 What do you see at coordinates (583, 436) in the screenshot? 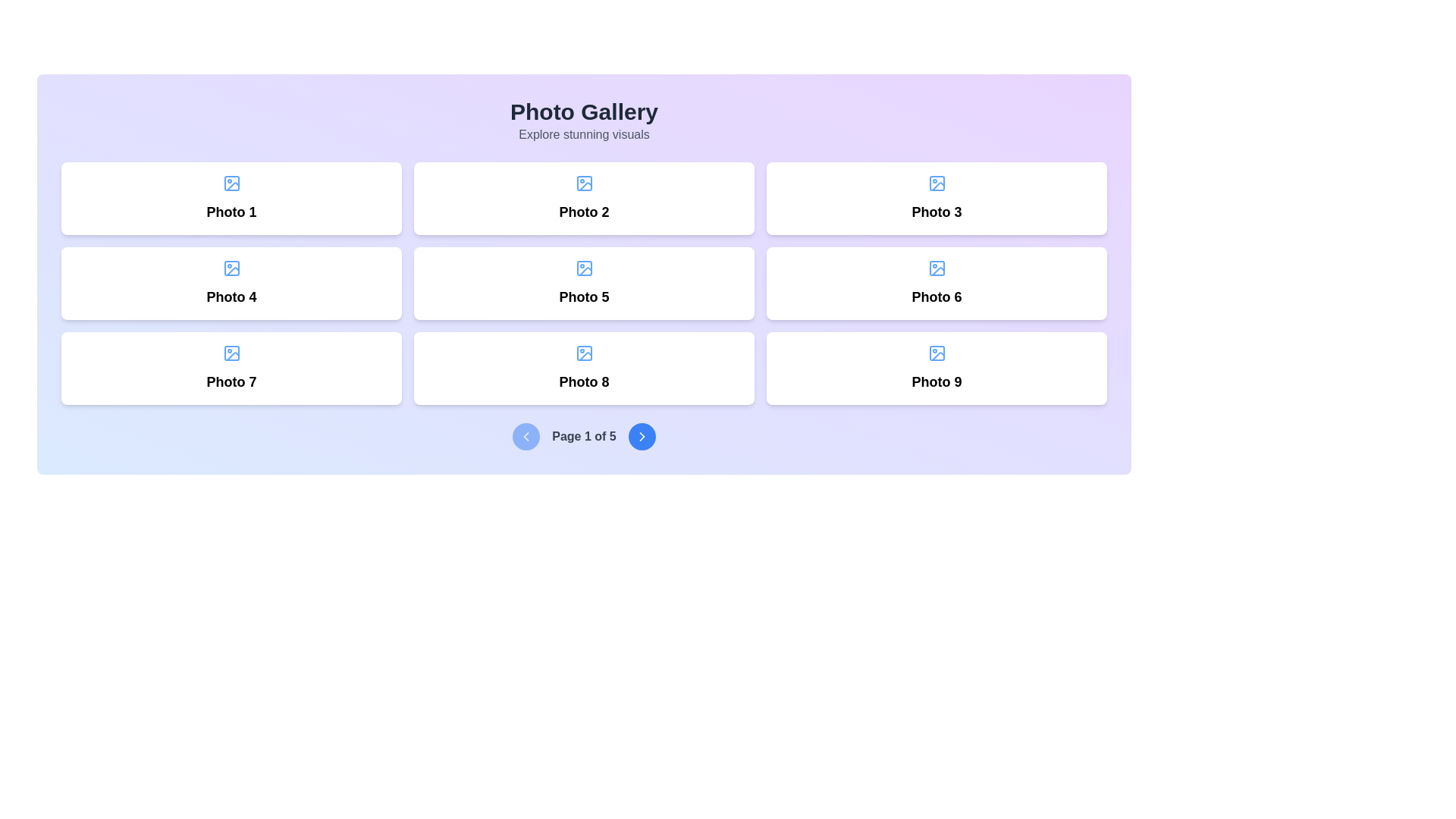
I see `the text label displaying 'Page 1 of 5' in the pagination controls at the bottom center of the page` at bounding box center [583, 436].